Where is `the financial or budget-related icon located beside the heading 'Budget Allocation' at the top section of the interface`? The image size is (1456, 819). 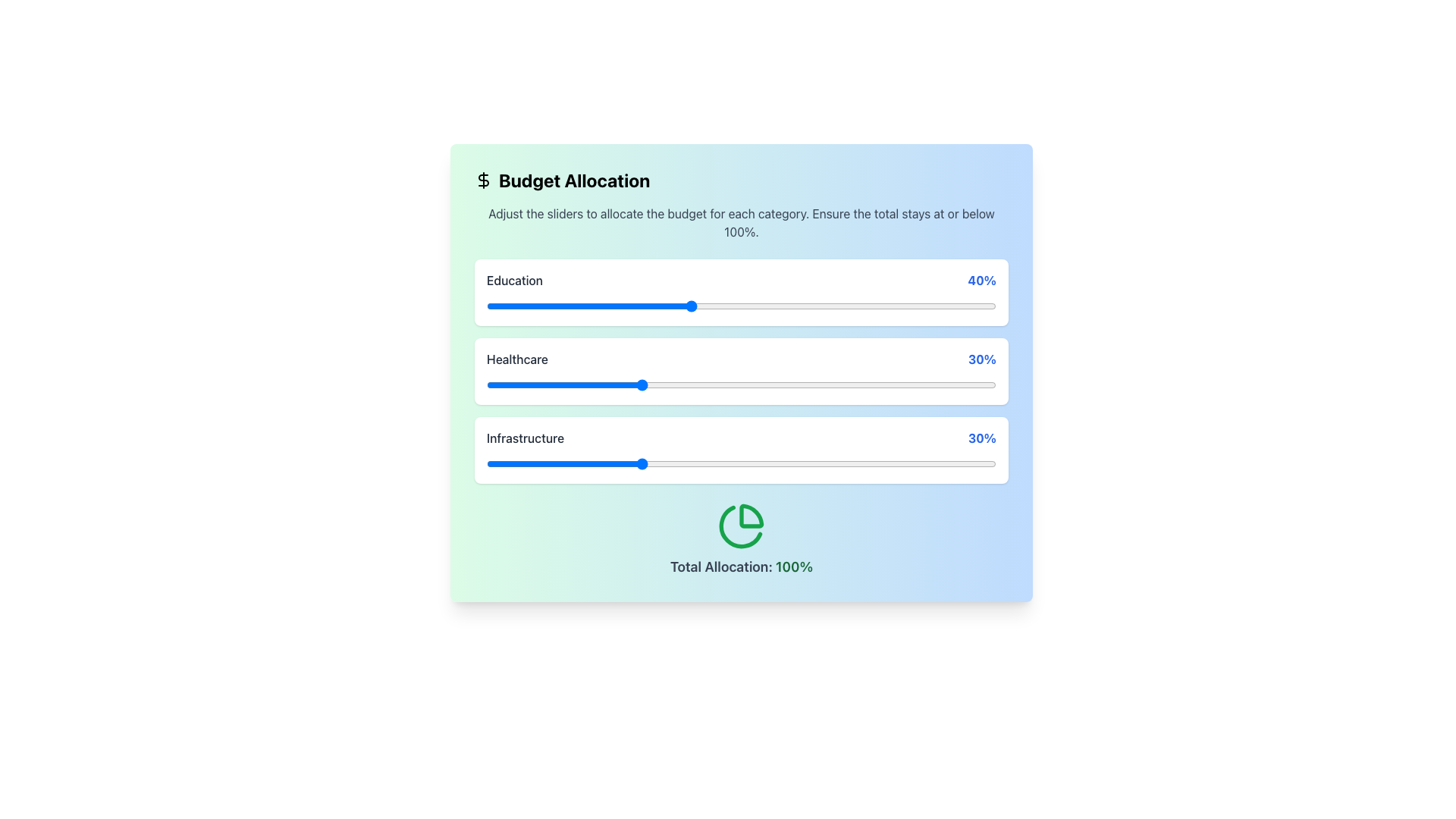
the financial or budget-related icon located beside the heading 'Budget Allocation' at the top section of the interface is located at coordinates (483, 180).